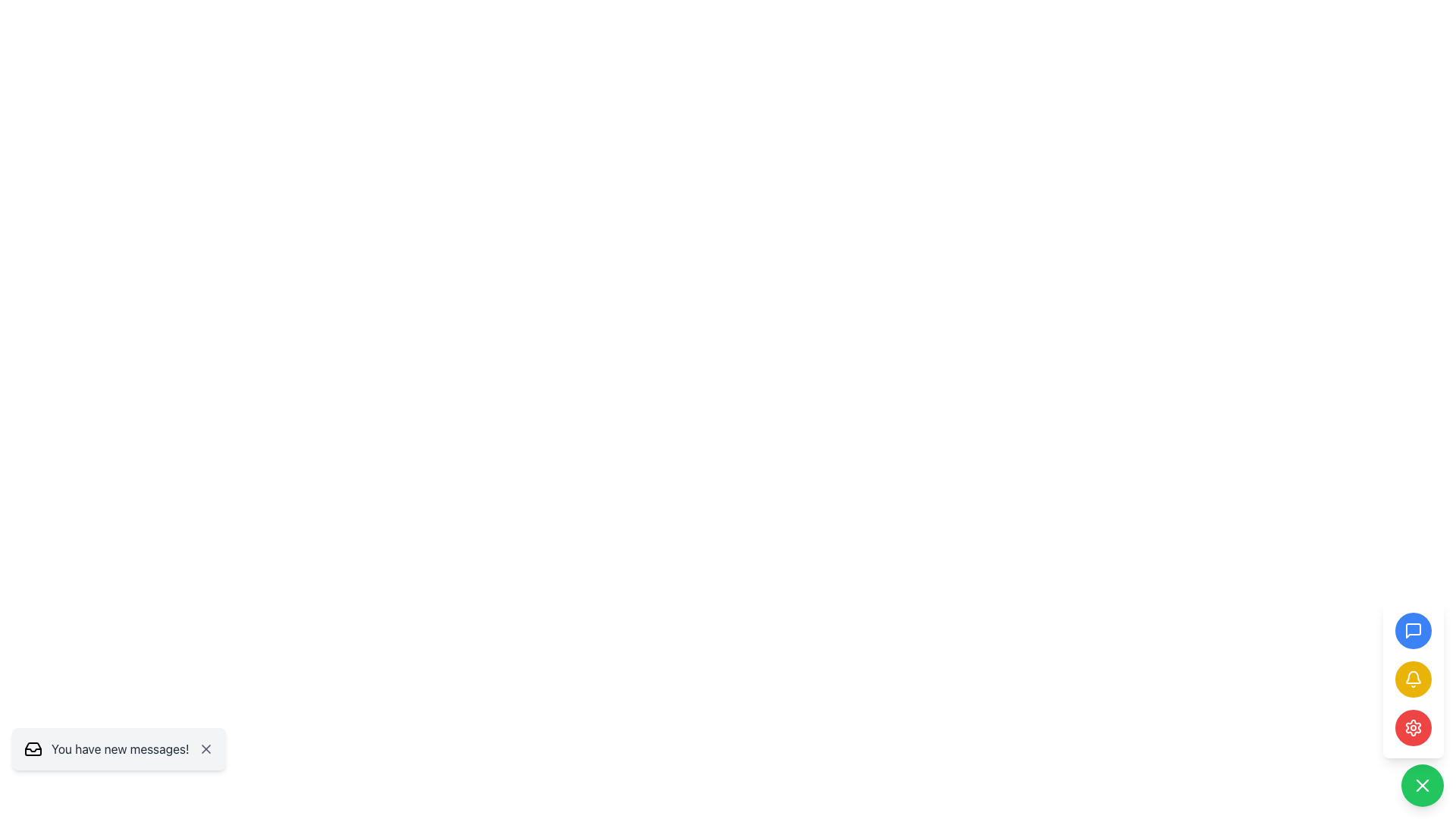 This screenshot has width=1456, height=819. I want to click on the topmost speech bubble icon button in the vertical toolbar on the right side of the interface, so click(1412, 631).